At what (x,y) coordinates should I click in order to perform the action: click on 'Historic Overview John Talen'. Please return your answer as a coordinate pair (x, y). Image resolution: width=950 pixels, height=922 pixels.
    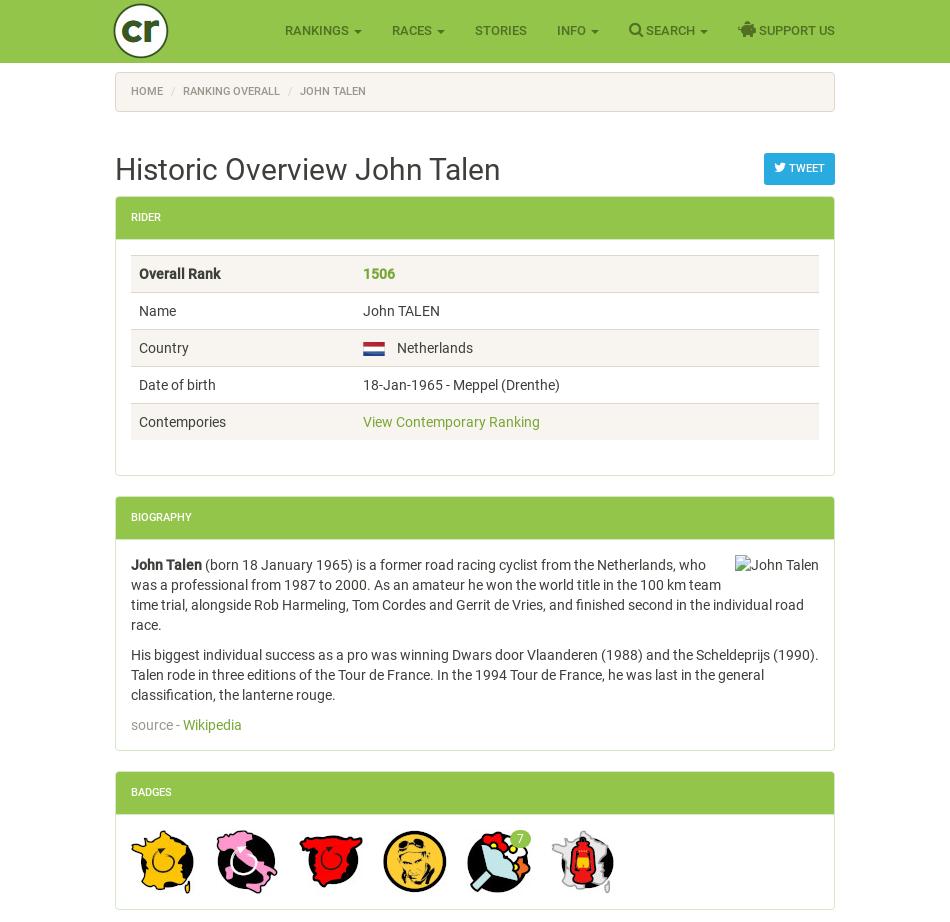
    Looking at the image, I should click on (306, 169).